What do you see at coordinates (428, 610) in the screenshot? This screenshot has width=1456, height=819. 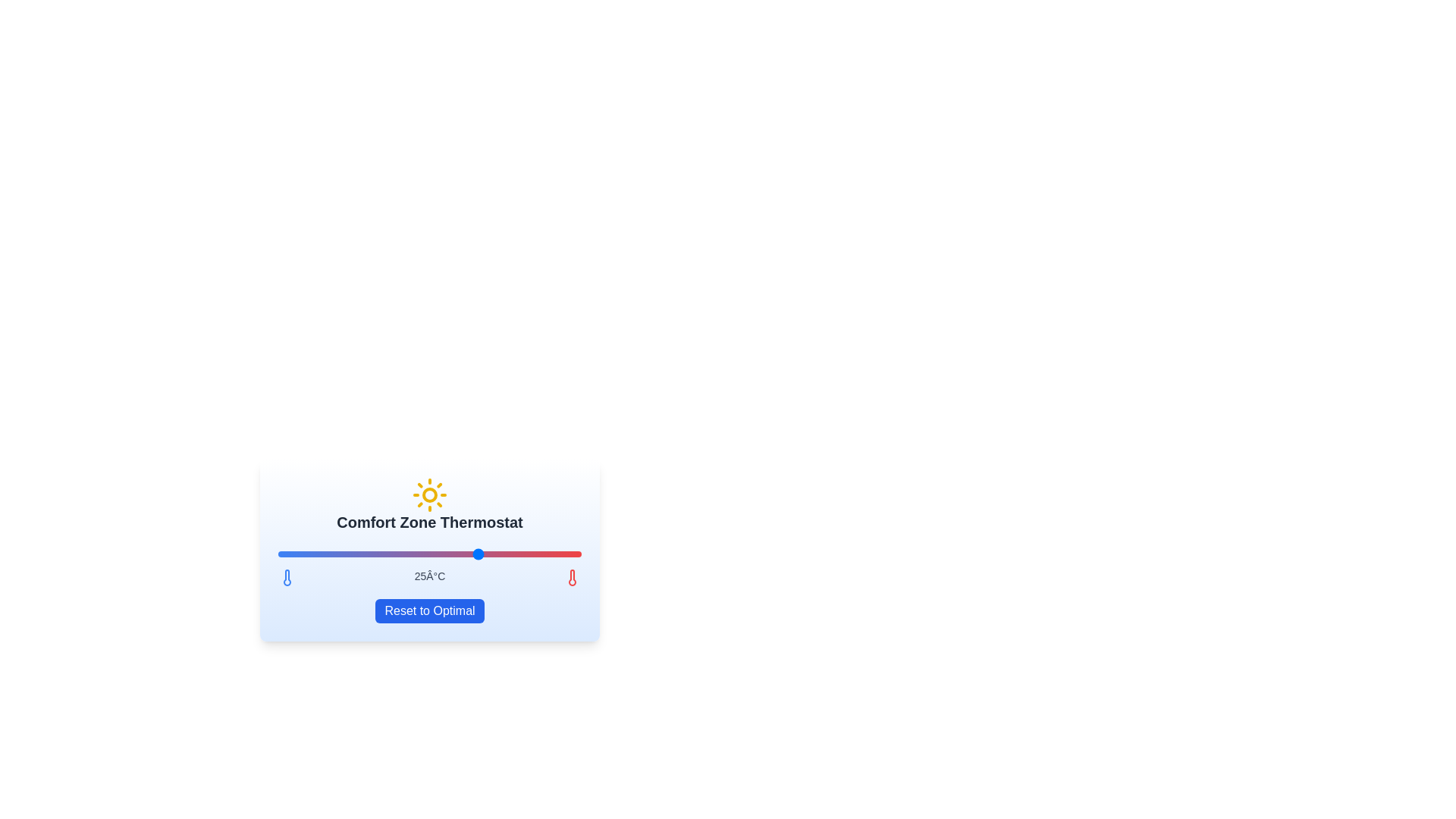 I see `the 'Reset to Optimal' button to reset the temperature to its optimal value` at bounding box center [428, 610].